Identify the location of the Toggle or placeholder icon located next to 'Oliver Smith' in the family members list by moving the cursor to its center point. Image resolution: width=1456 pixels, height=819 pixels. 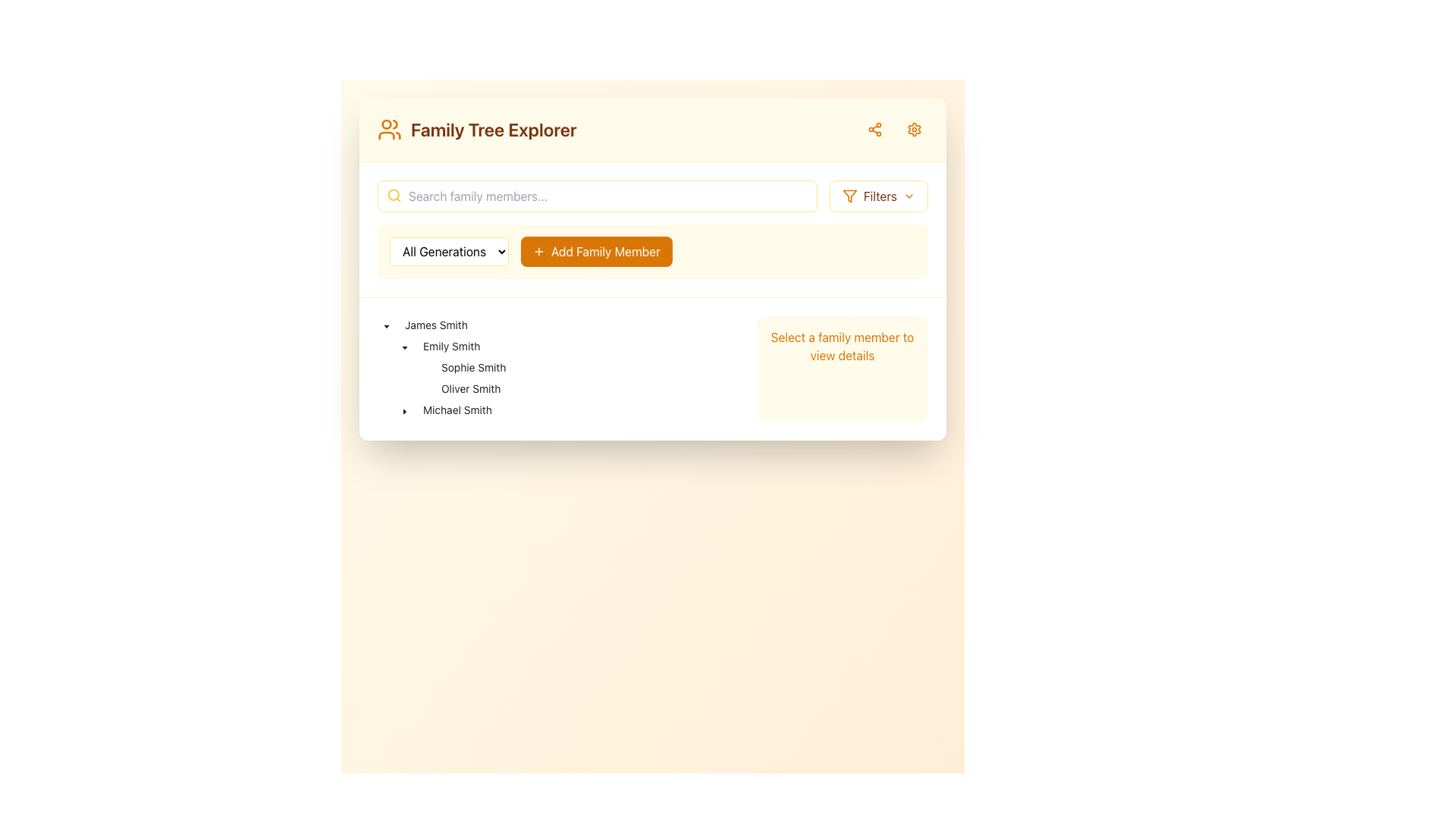
(422, 388).